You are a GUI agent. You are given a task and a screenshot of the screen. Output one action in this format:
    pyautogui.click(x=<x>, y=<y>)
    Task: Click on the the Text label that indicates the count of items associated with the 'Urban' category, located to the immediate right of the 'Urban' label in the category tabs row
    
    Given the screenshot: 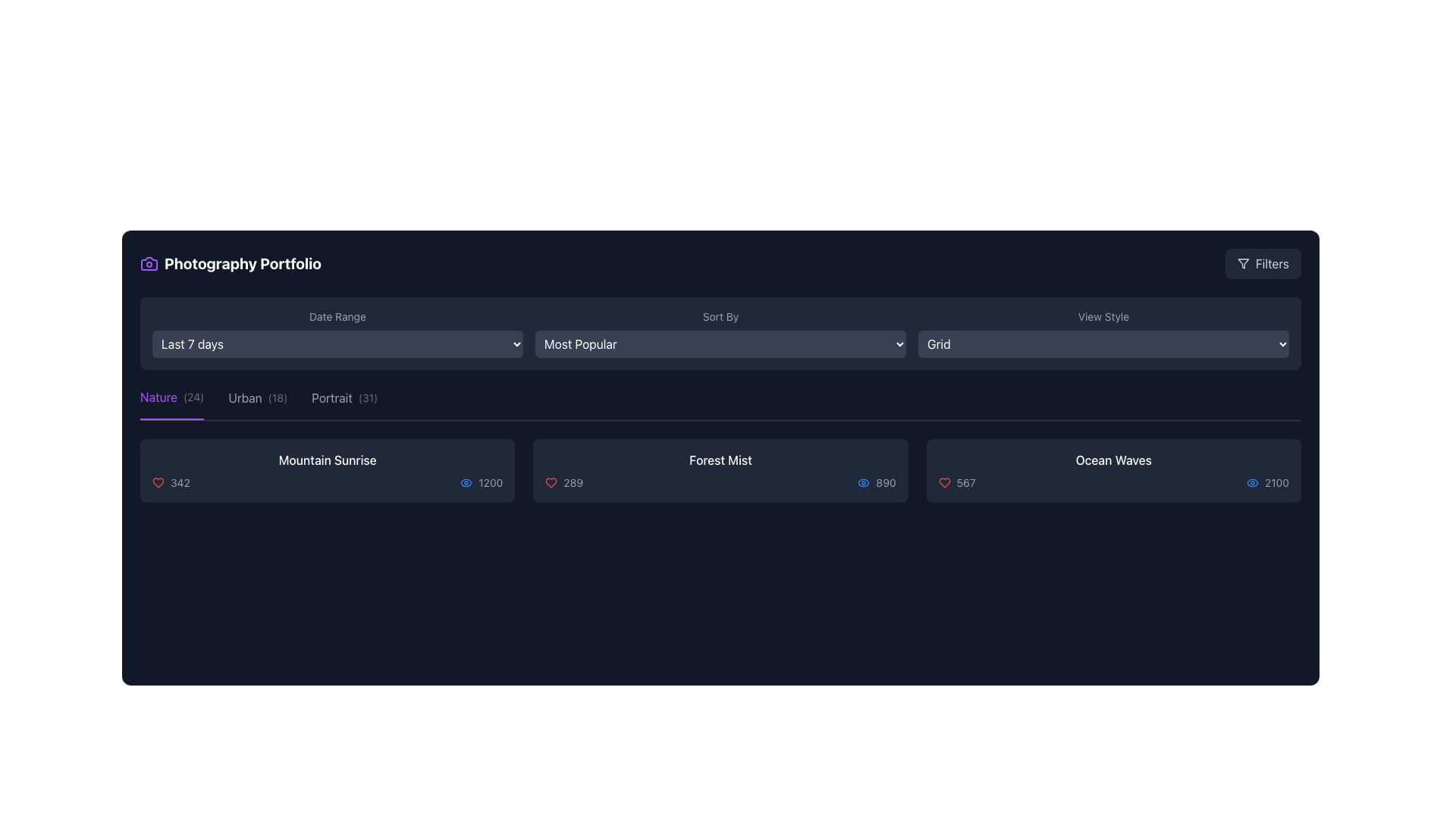 What is the action you would take?
    pyautogui.click(x=278, y=397)
    